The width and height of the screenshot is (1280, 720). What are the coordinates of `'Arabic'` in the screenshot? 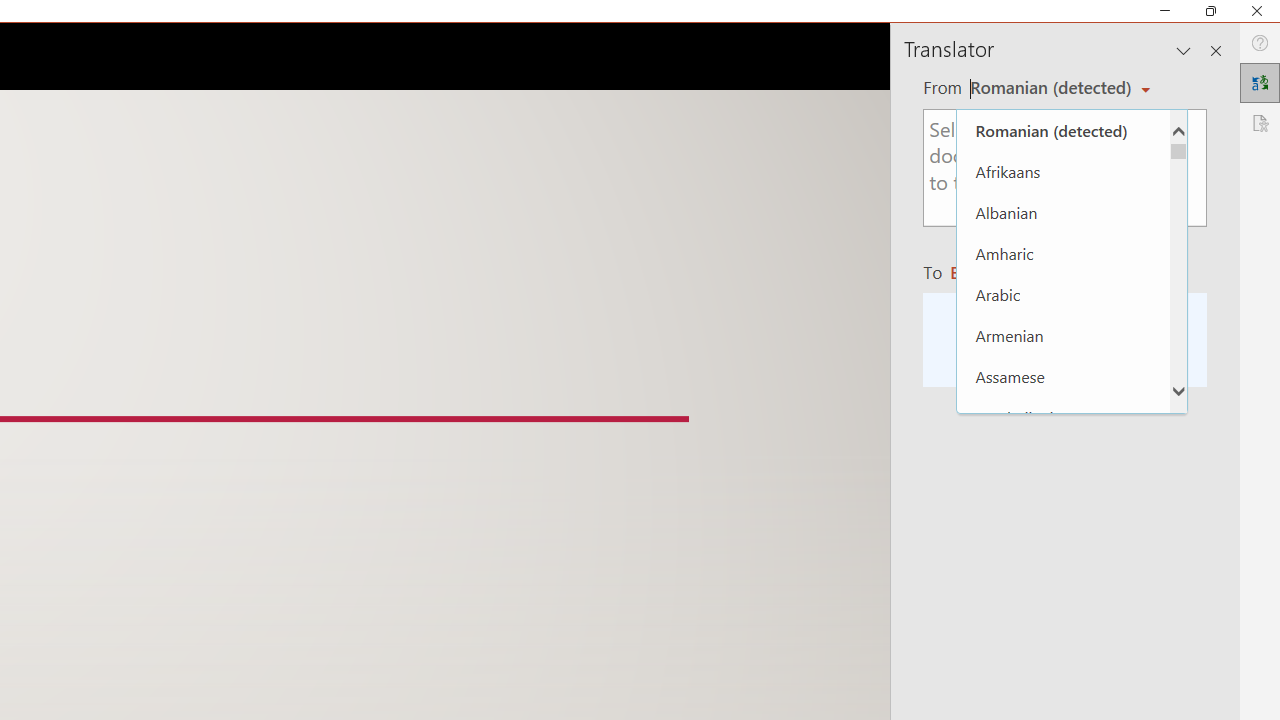 It's located at (1062, 294).